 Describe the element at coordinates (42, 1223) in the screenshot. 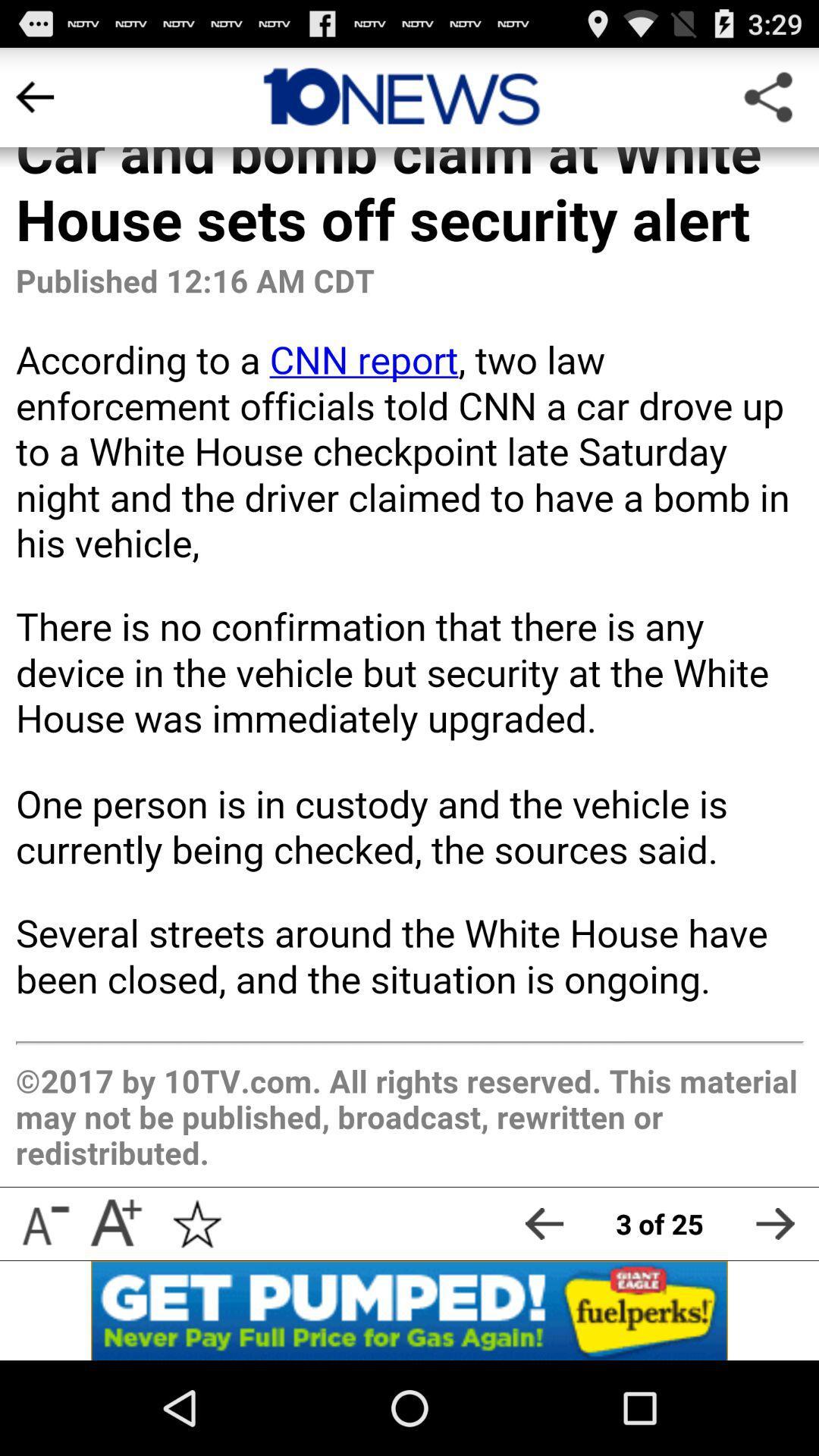

I see `make font size smaller` at that location.